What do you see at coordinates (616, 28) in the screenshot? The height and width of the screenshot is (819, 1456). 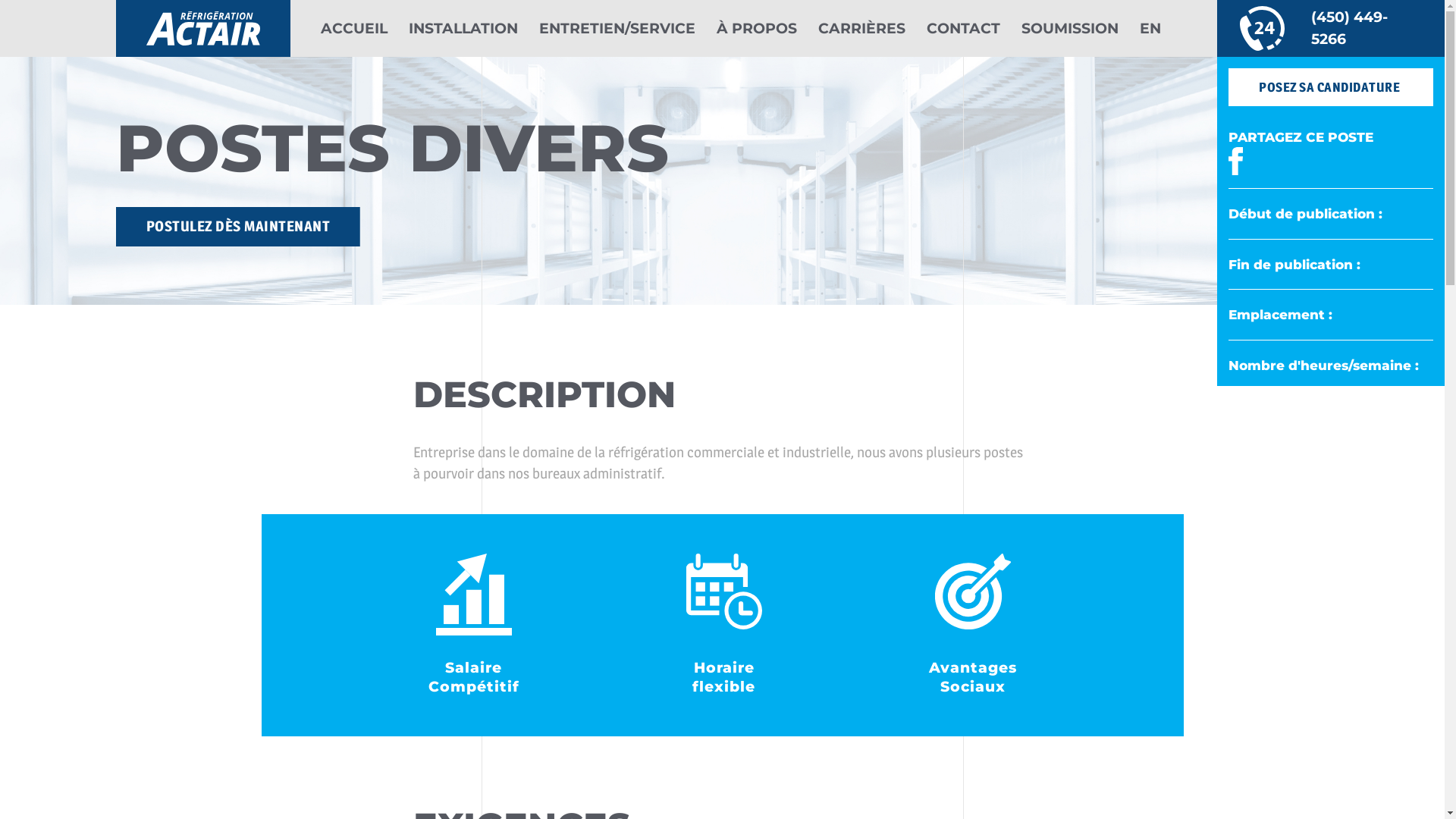 I see `'ENTRETIEN/SERVICE'` at bounding box center [616, 28].